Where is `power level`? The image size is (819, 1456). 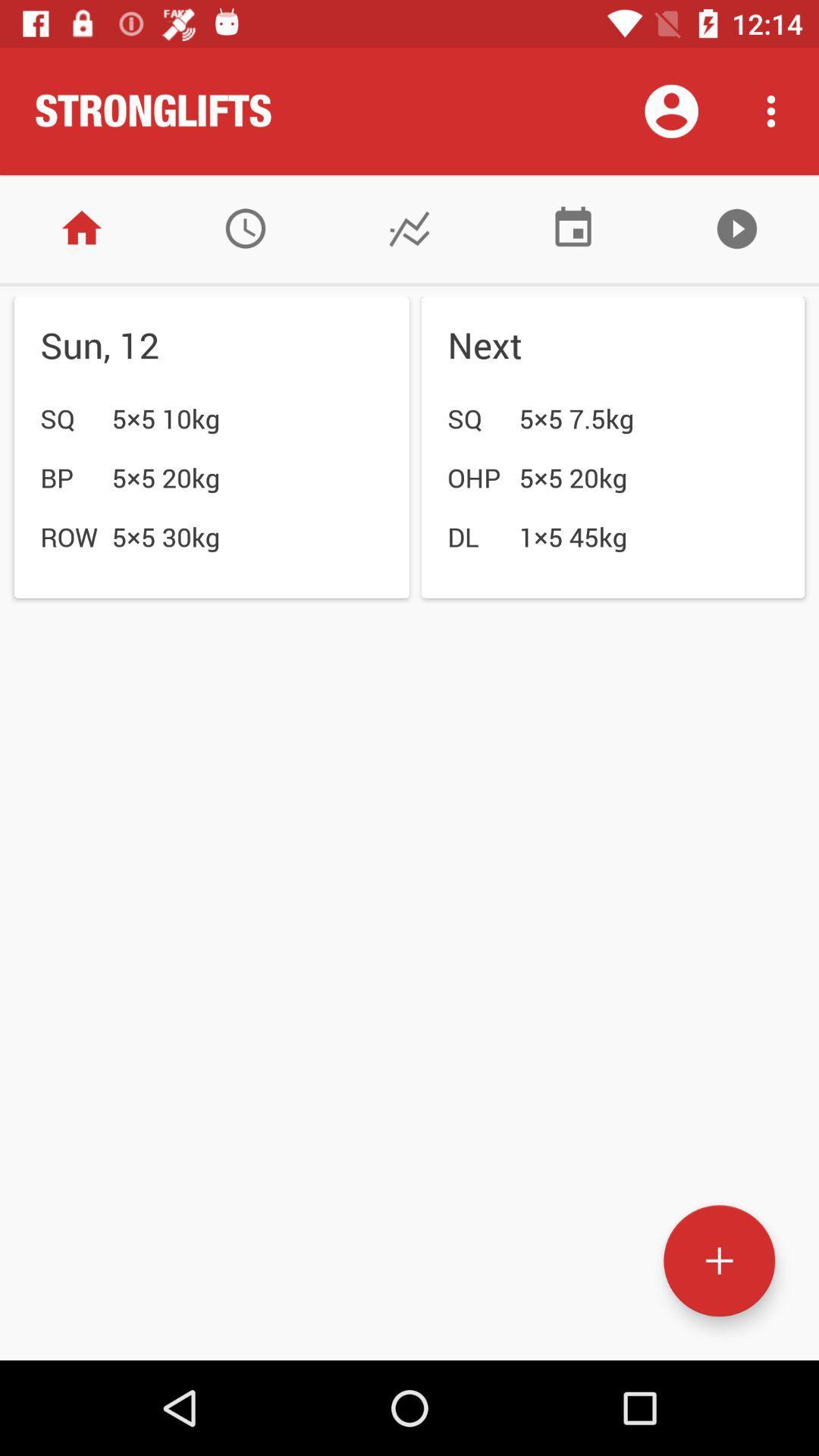
power level is located at coordinates (573, 227).